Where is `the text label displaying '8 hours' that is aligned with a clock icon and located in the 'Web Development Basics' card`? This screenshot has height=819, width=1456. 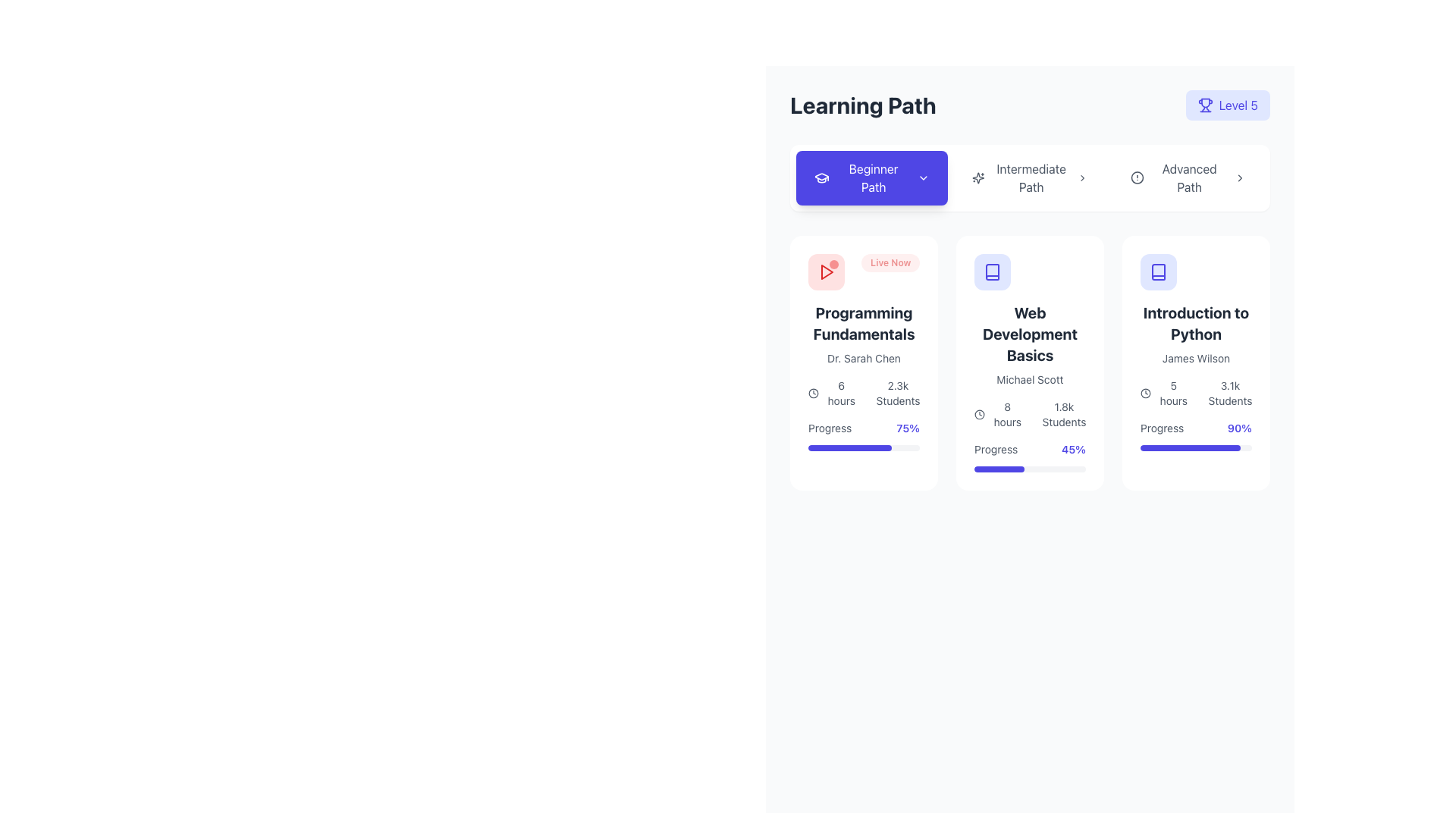 the text label displaying '8 hours' that is aligned with a clock icon and located in the 'Web Development Basics' card is located at coordinates (1007, 415).